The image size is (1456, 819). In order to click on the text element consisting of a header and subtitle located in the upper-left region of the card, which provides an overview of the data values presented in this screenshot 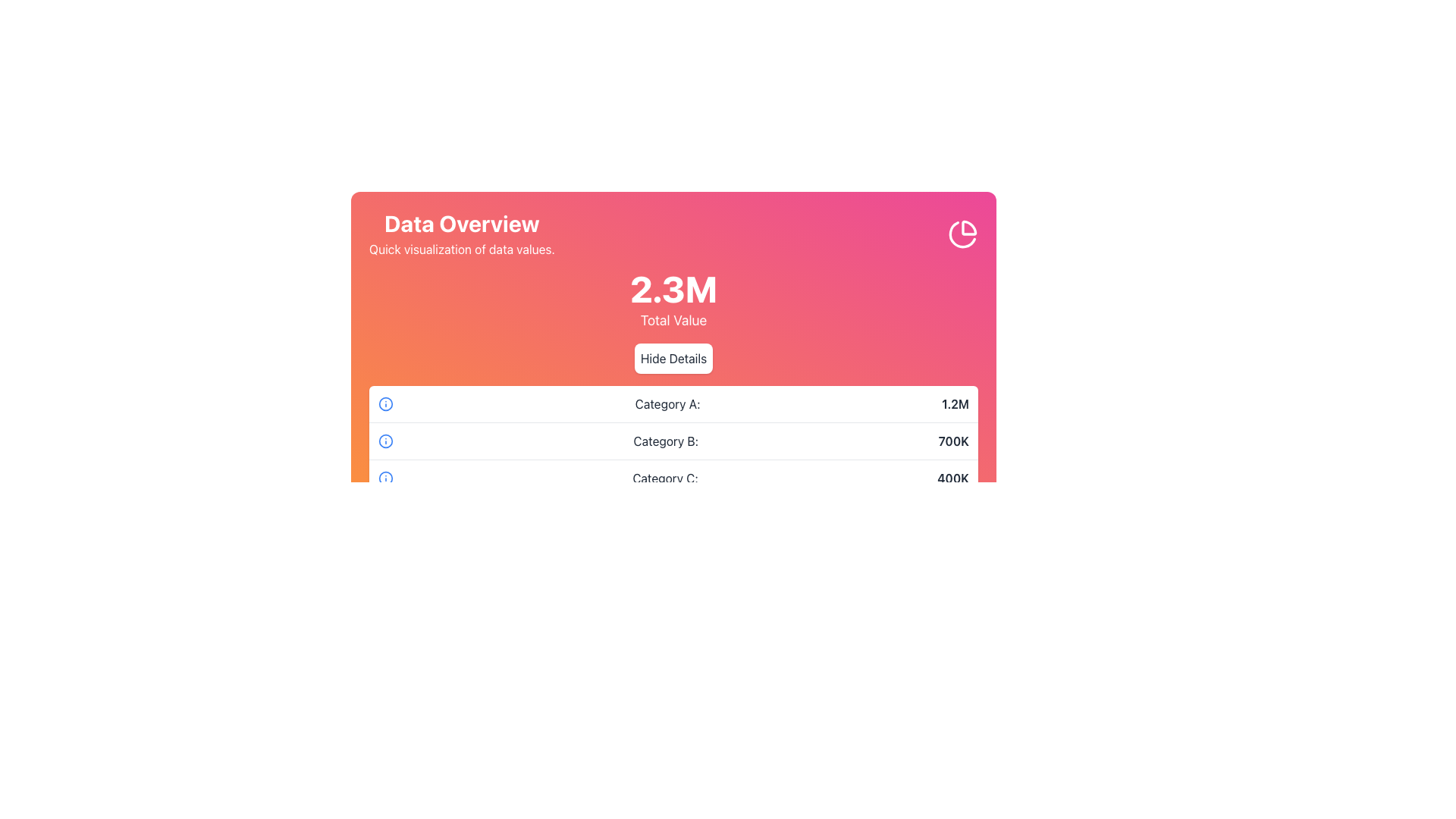, I will do `click(461, 234)`.